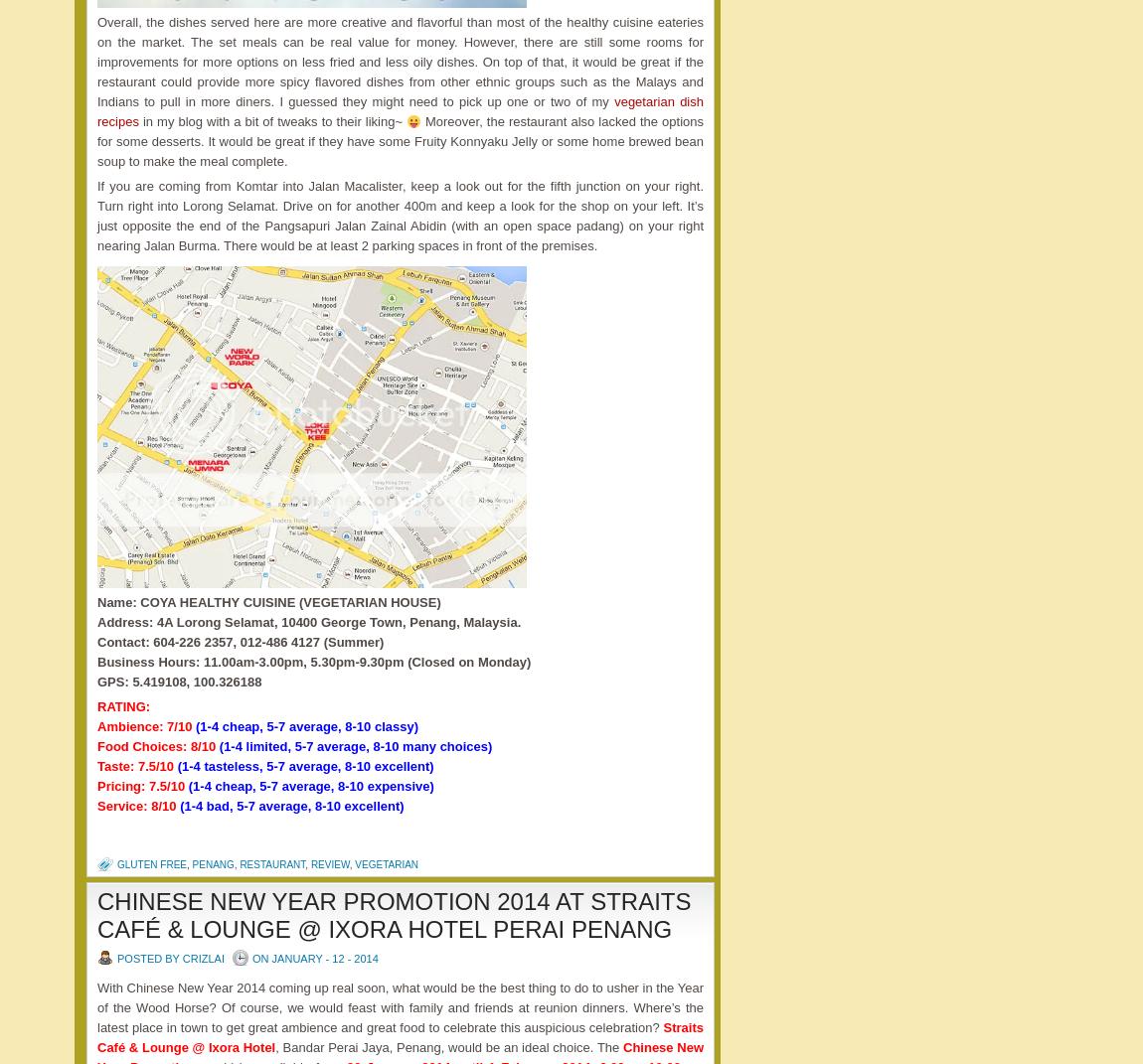 The width and height of the screenshot is (1143, 1064). Describe the element at coordinates (157, 746) in the screenshot. I see `'Food Choices: 8/10'` at that location.